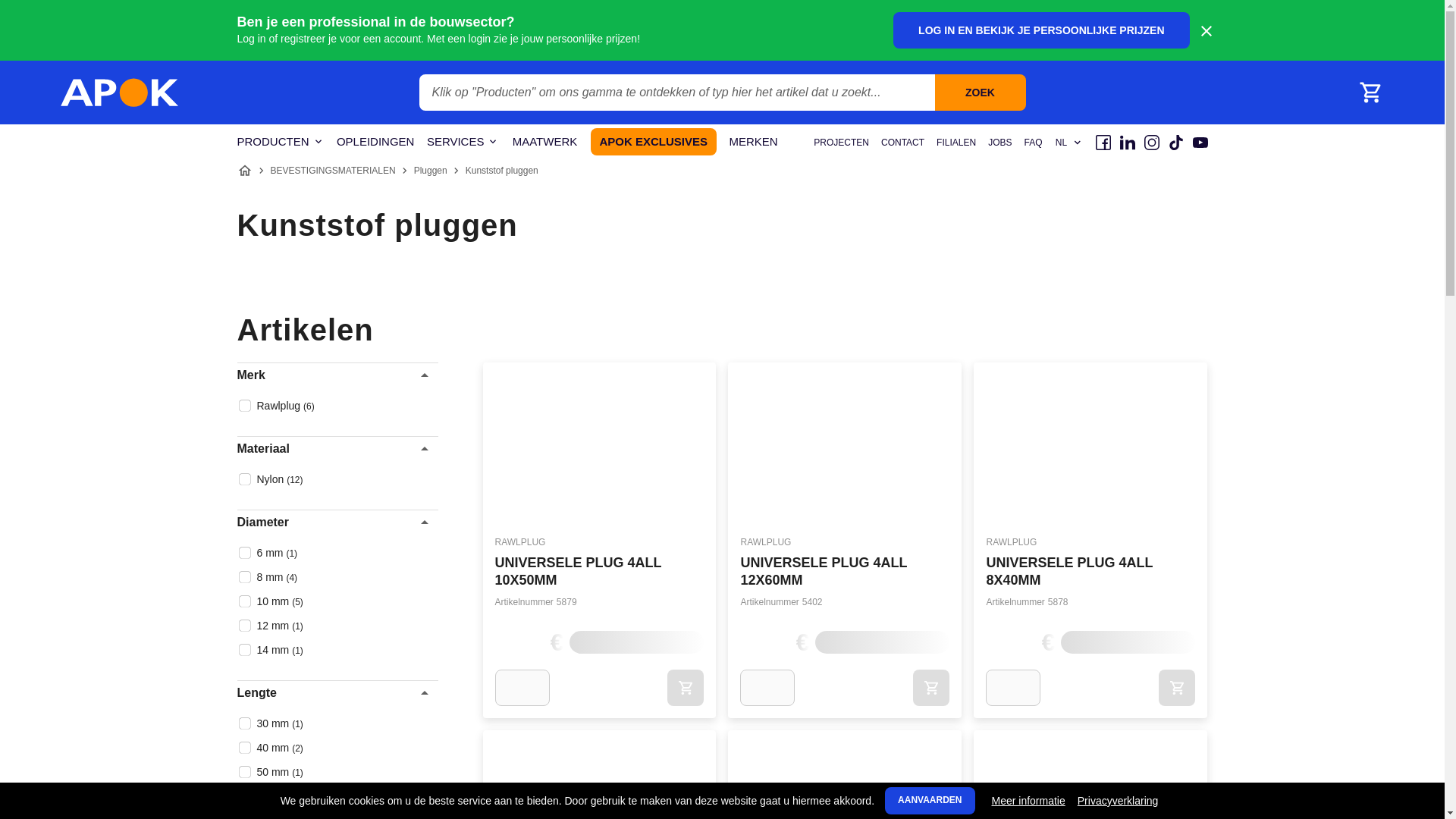 The height and width of the screenshot is (819, 1456). Describe the element at coordinates (331, 170) in the screenshot. I see `'BEVESTIGINGSMATERIALEN'` at that location.